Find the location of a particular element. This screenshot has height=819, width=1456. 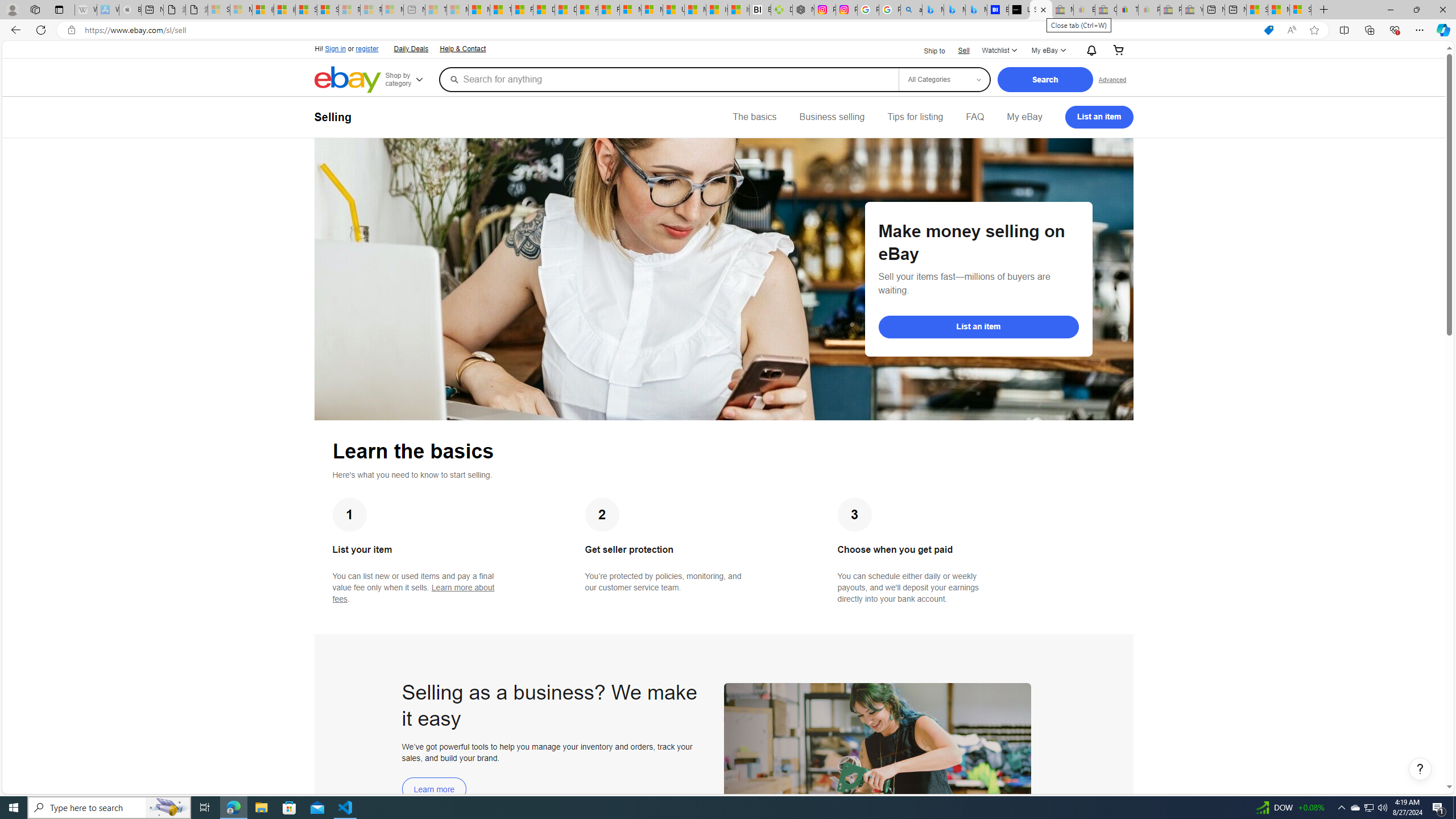

'Your shopping cart' is located at coordinates (1118, 50).